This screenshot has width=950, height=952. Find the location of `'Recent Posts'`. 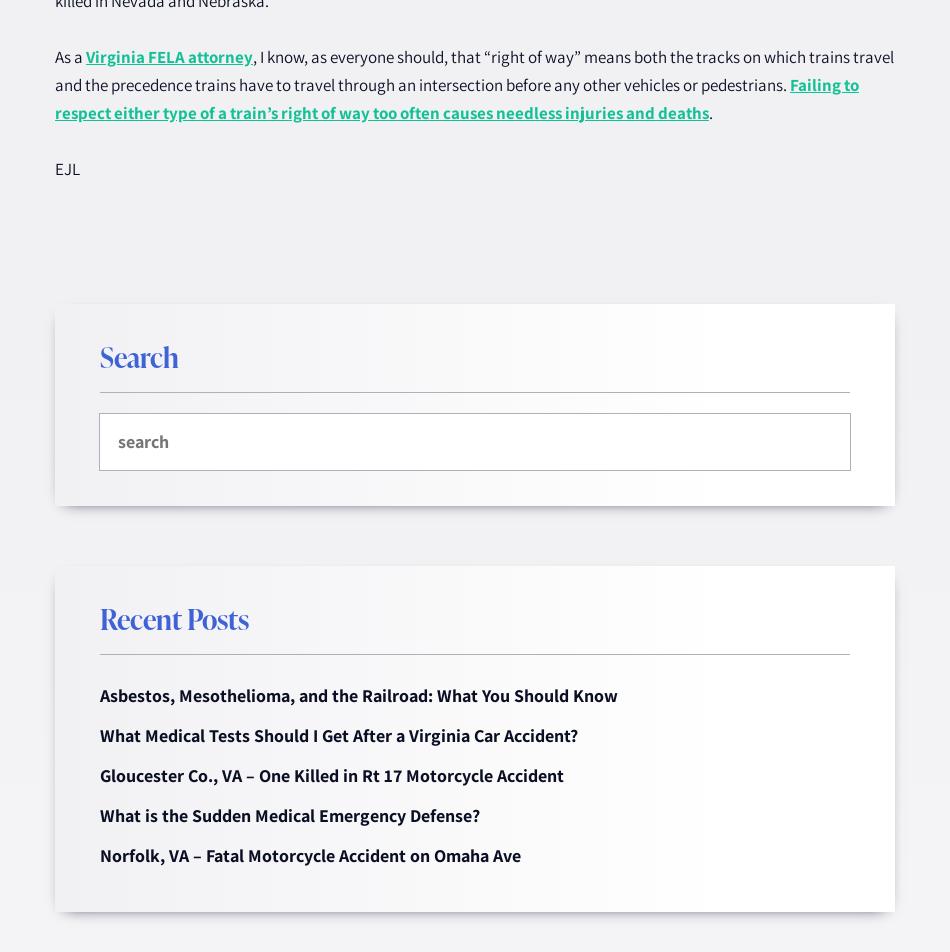

'Recent Posts' is located at coordinates (174, 618).